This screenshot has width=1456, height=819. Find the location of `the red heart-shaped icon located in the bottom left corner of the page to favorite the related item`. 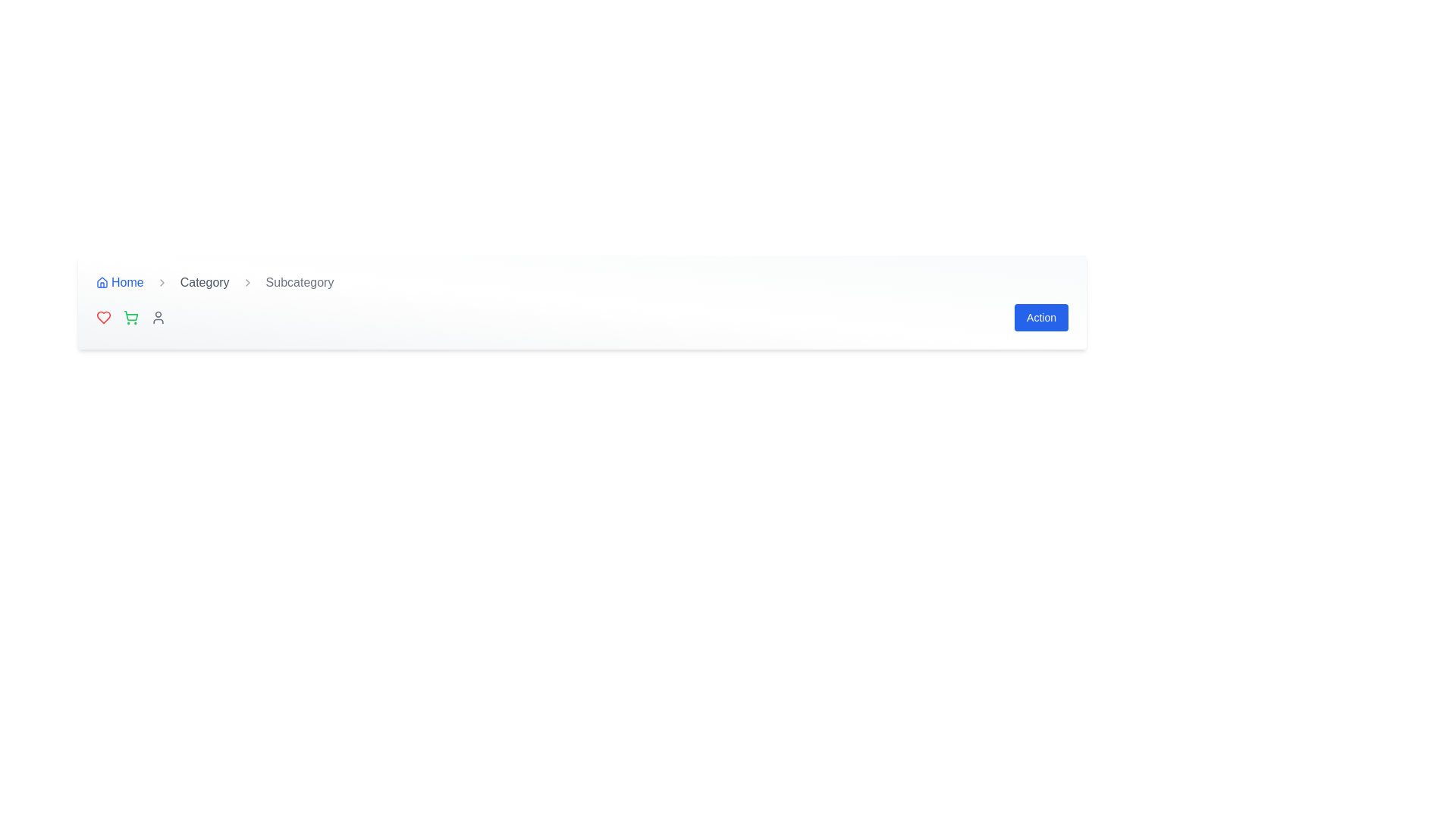

the red heart-shaped icon located in the bottom left corner of the page to favorite the related item is located at coordinates (103, 317).